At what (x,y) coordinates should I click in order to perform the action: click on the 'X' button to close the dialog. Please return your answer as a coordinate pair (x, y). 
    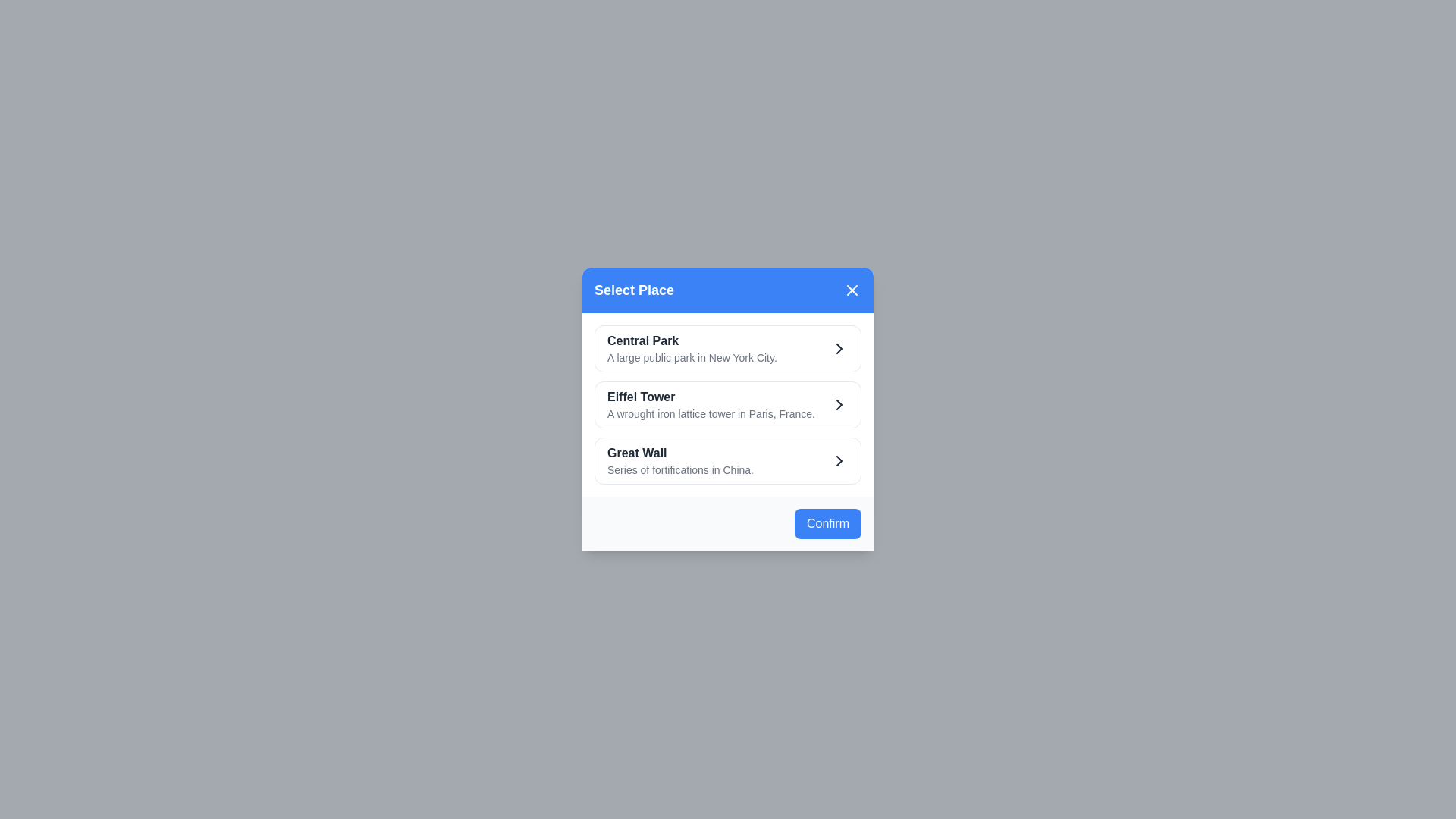
    Looking at the image, I should click on (852, 290).